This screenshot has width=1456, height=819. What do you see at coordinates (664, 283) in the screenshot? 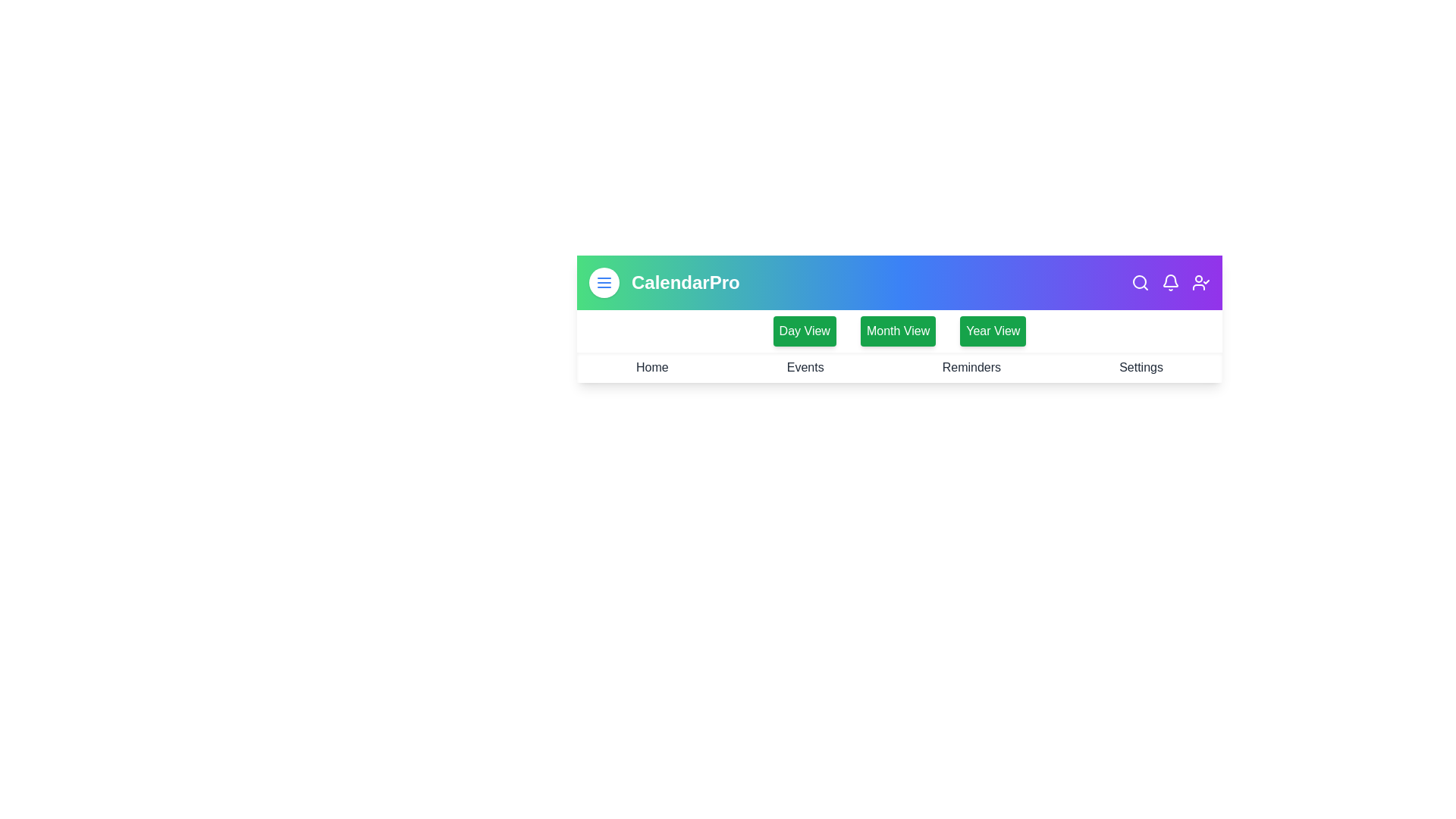
I see `the CalendarPro logo or text to navigate` at bounding box center [664, 283].